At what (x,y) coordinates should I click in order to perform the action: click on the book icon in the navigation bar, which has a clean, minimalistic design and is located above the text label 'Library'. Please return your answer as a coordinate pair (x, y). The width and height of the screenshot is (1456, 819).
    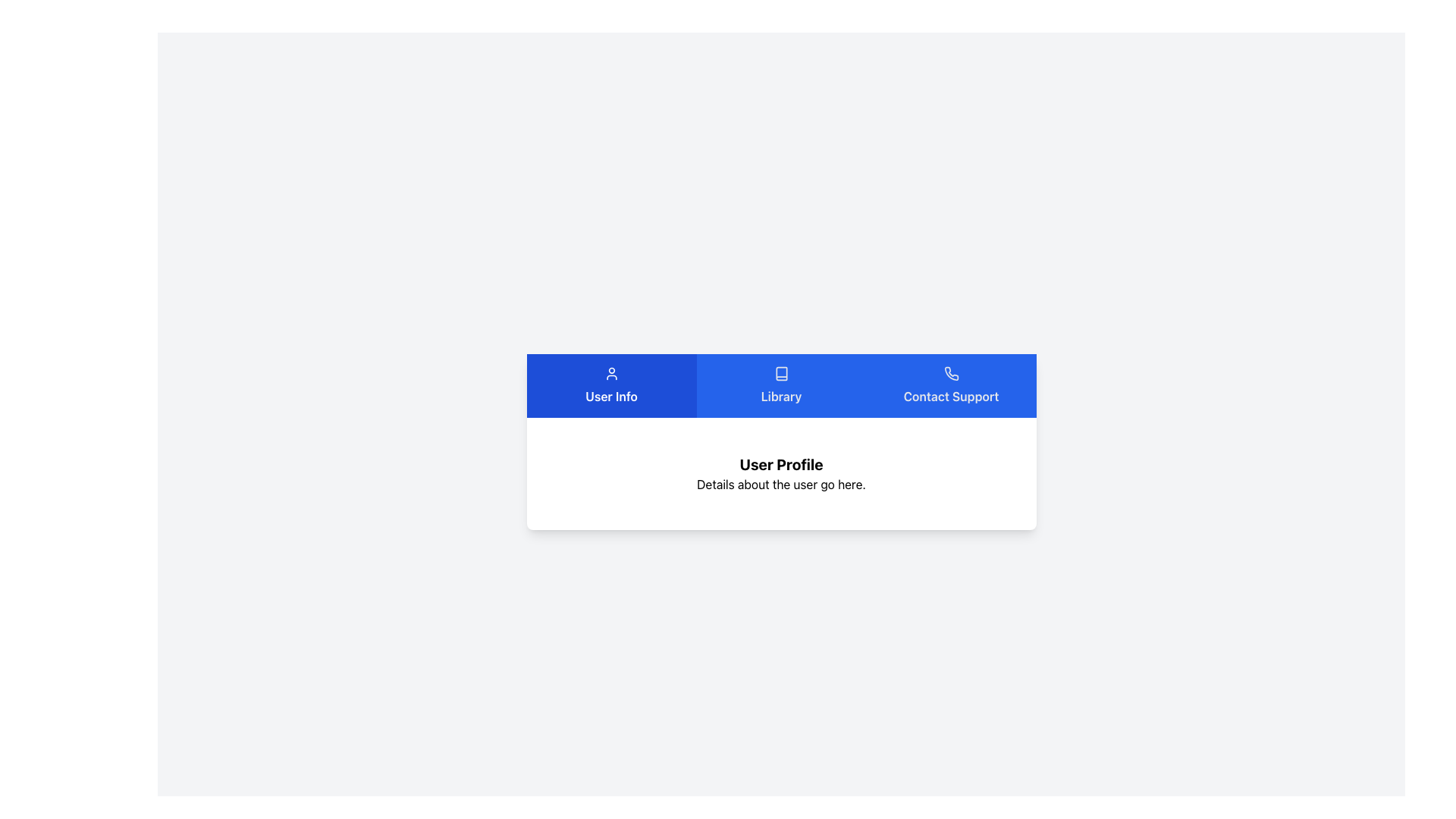
    Looking at the image, I should click on (781, 374).